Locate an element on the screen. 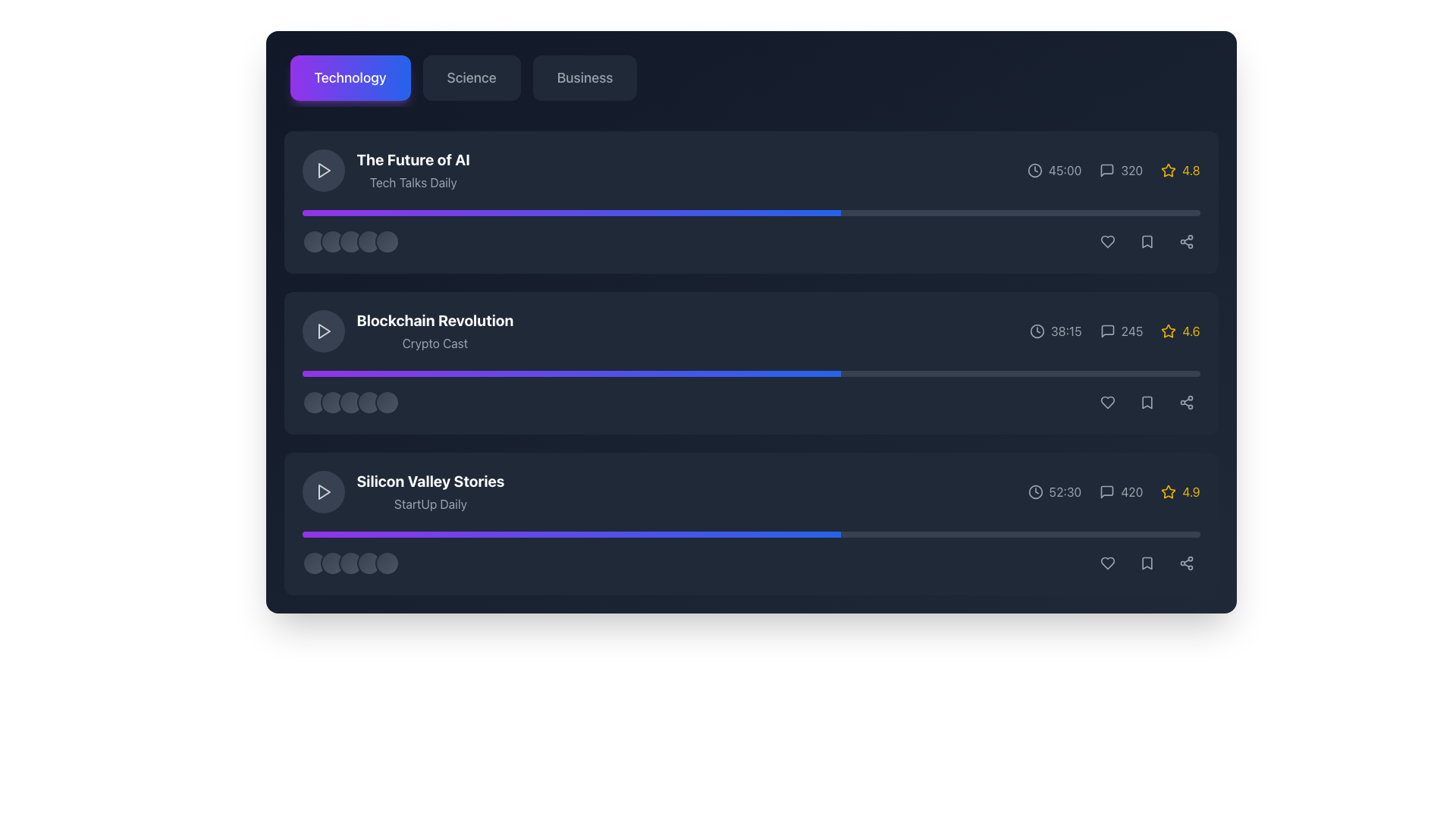 The width and height of the screenshot is (1456, 819). the first icon button from the left in the group of interactive icons at the bottom right corner of the 'Silicon Valley Stories' list item is located at coordinates (1107, 563).